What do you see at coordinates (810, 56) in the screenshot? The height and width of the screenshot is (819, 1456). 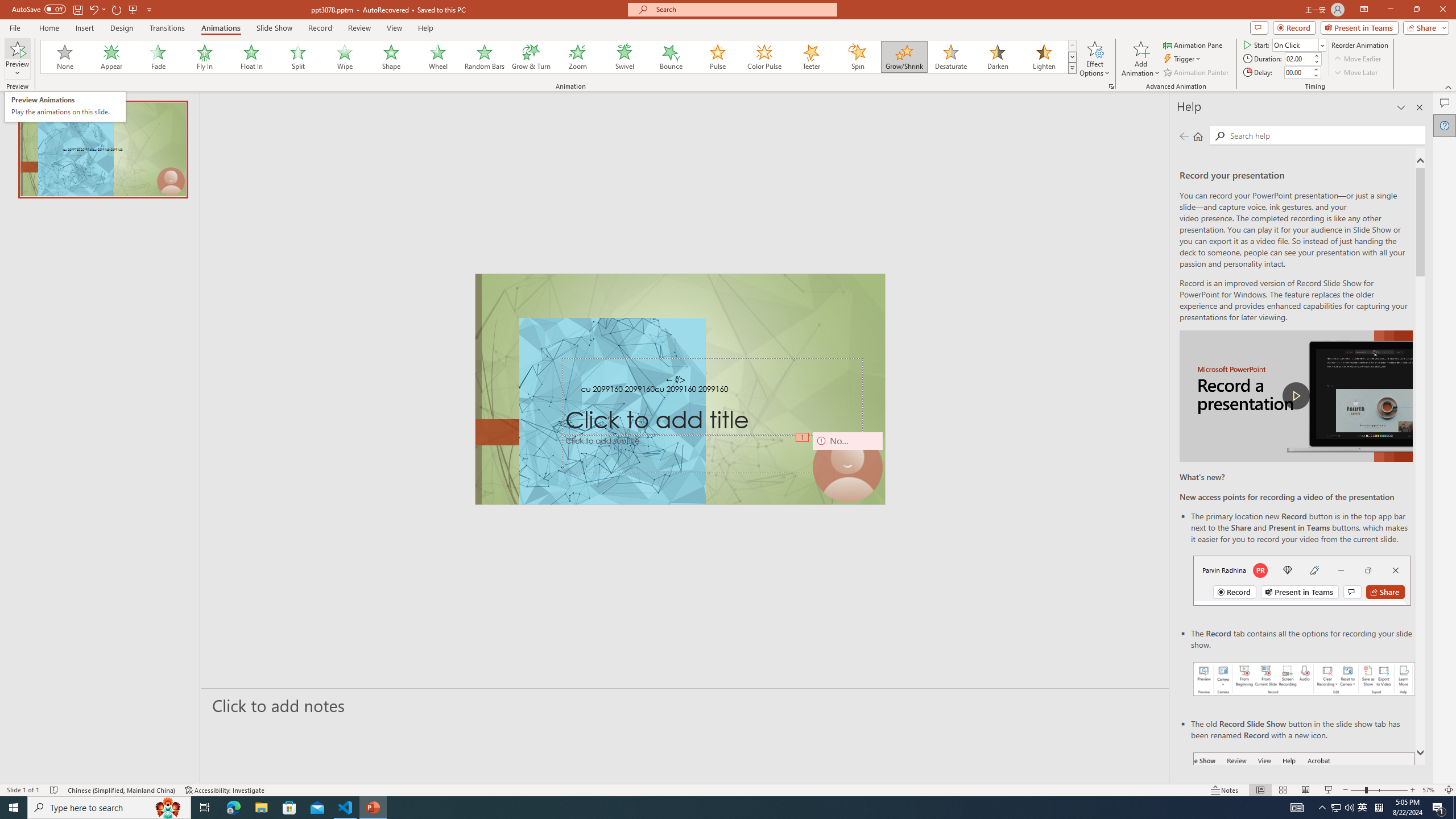 I see `'Teeter'` at bounding box center [810, 56].